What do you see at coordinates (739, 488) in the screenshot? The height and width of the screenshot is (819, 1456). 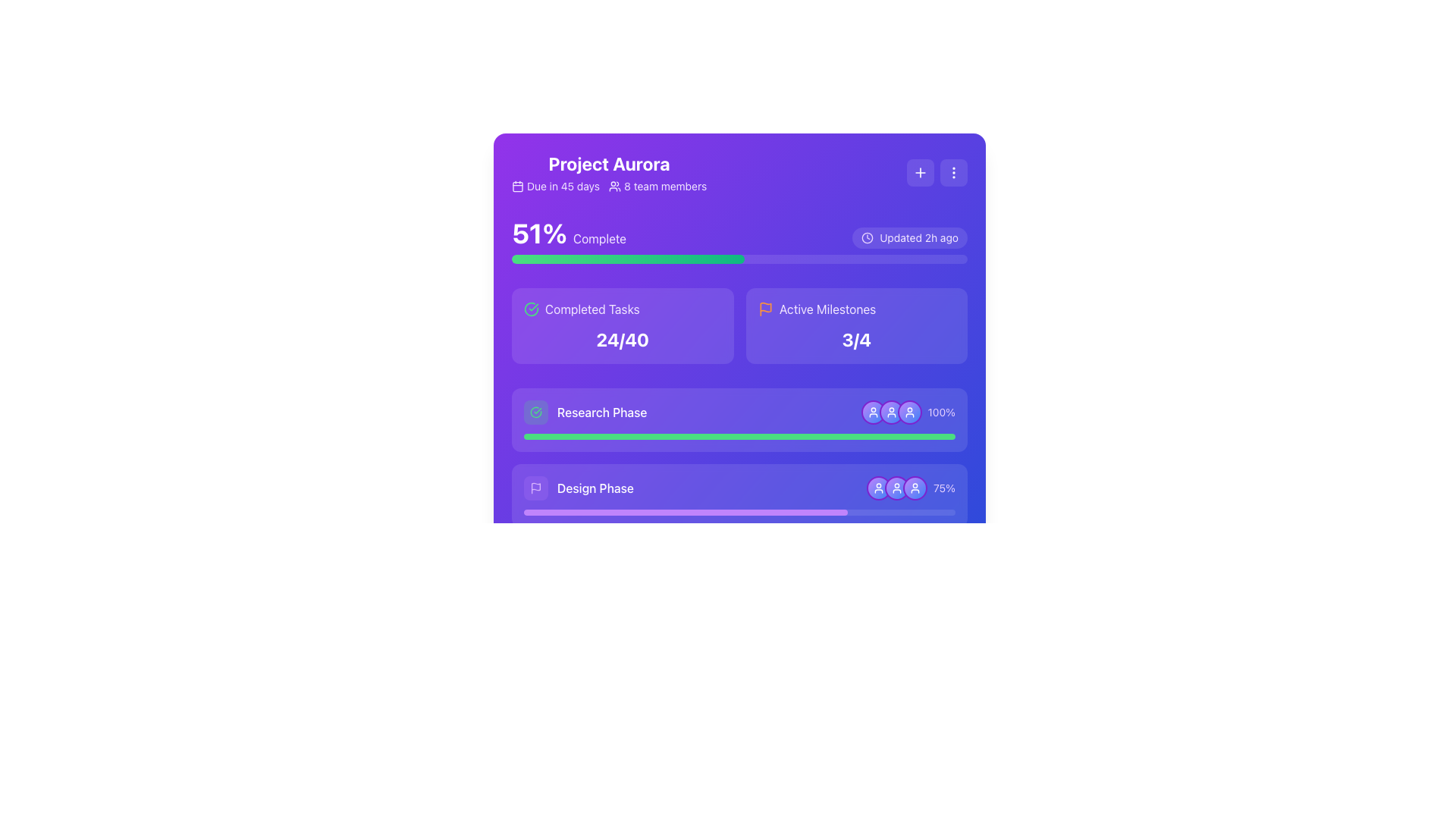 I see `the Progress bar labeled 'Design Phase' with a completion percentage of '75%', located near the bottom of the interface, beneath the 'Research Phase' section` at bounding box center [739, 488].